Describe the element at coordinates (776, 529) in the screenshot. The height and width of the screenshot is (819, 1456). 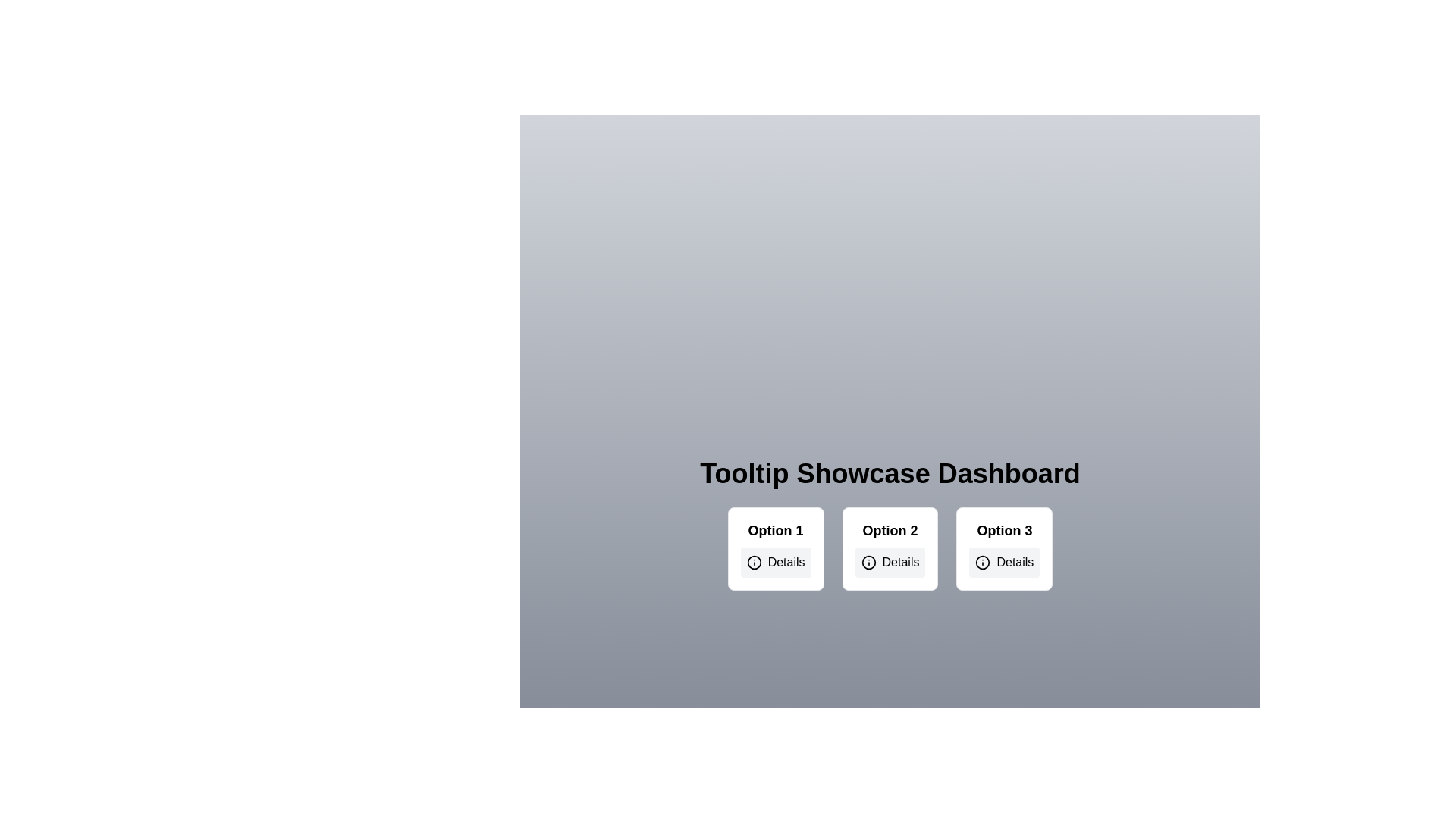
I see `text label displaying the option name located at the top central position of the leftmost card in a horizontal arrangement of three cards` at that location.